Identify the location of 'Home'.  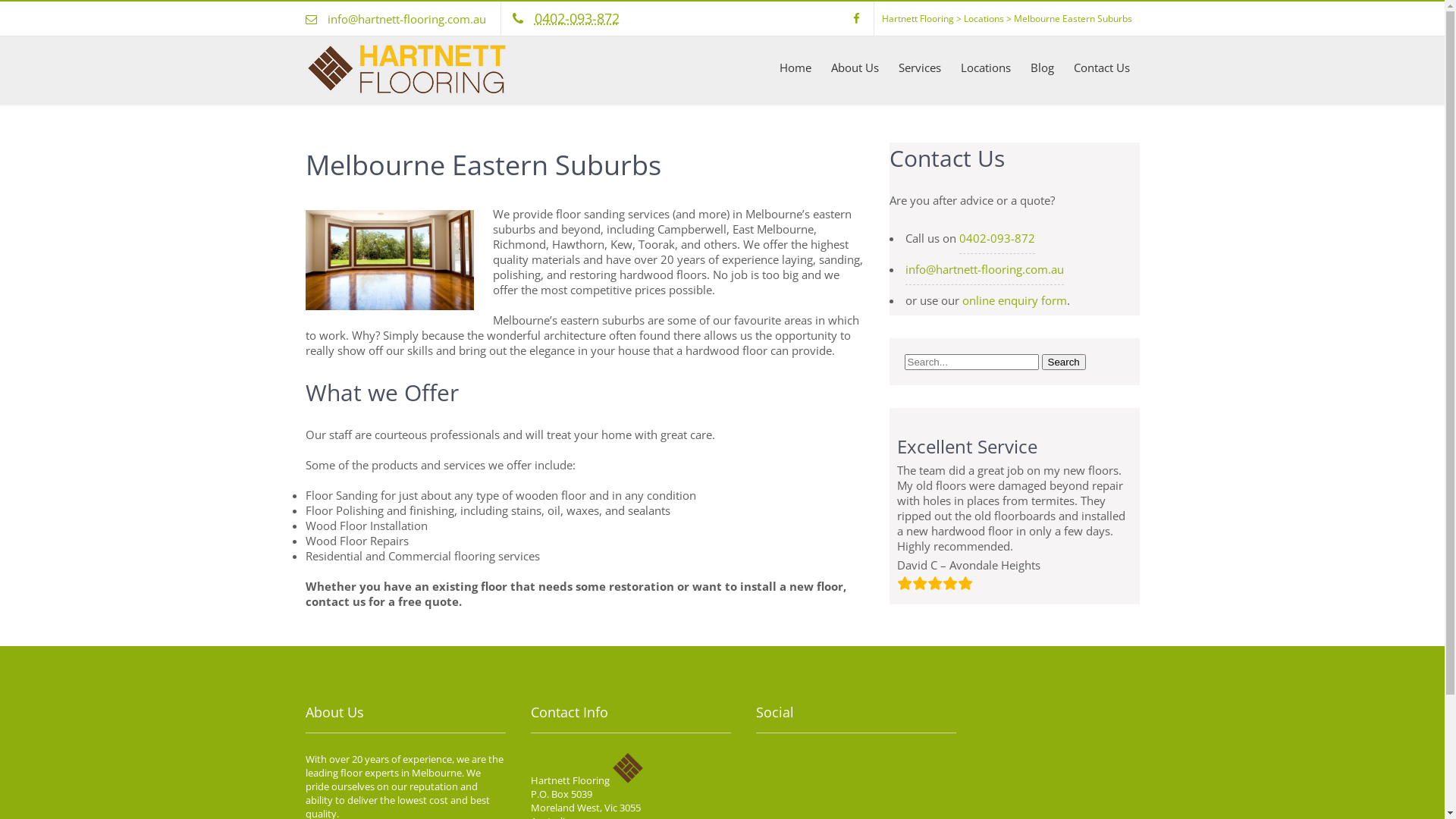
(793, 66).